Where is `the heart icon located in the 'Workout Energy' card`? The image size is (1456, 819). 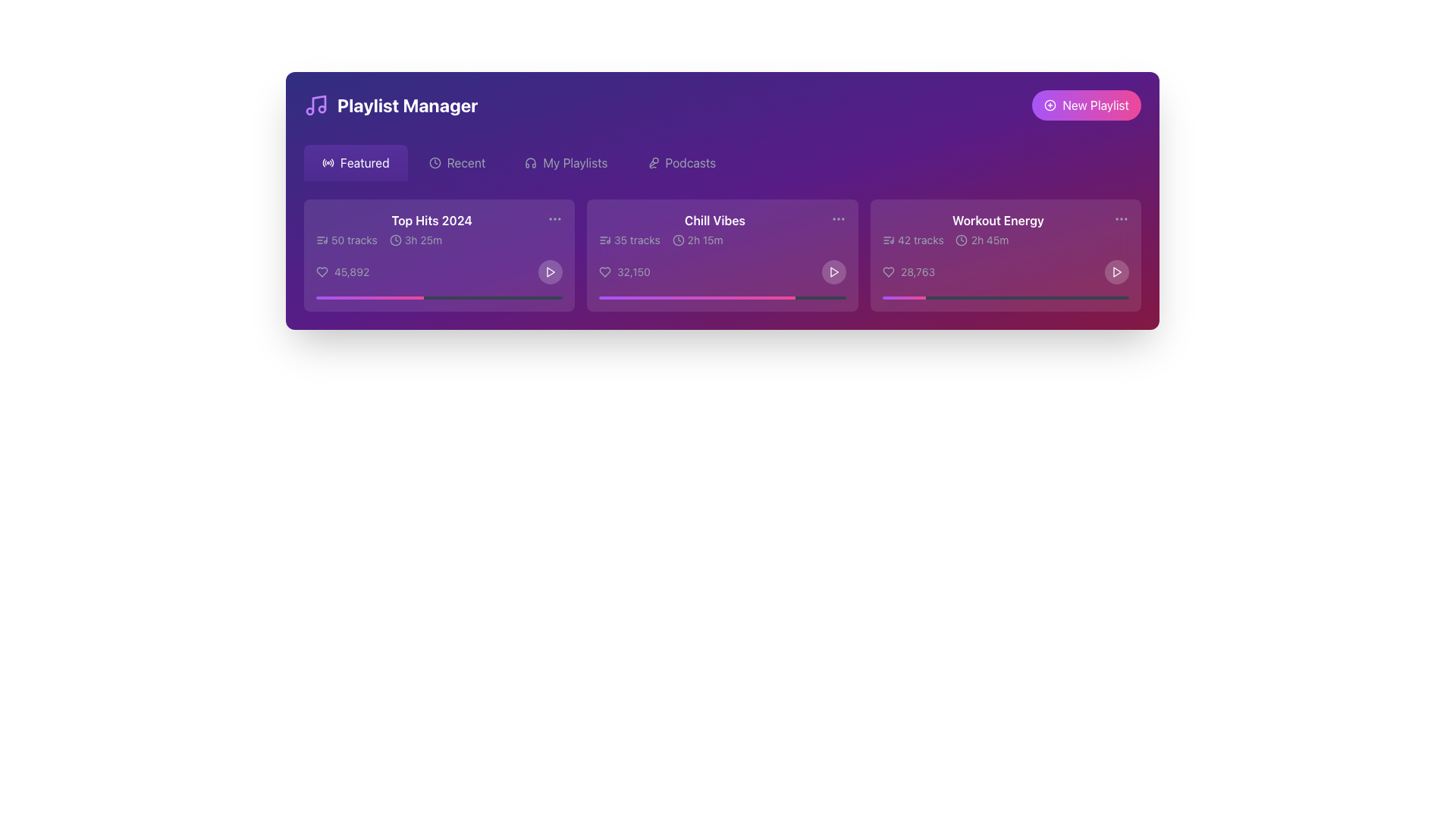
the heart icon located in the 'Workout Energy' card is located at coordinates (888, 271).